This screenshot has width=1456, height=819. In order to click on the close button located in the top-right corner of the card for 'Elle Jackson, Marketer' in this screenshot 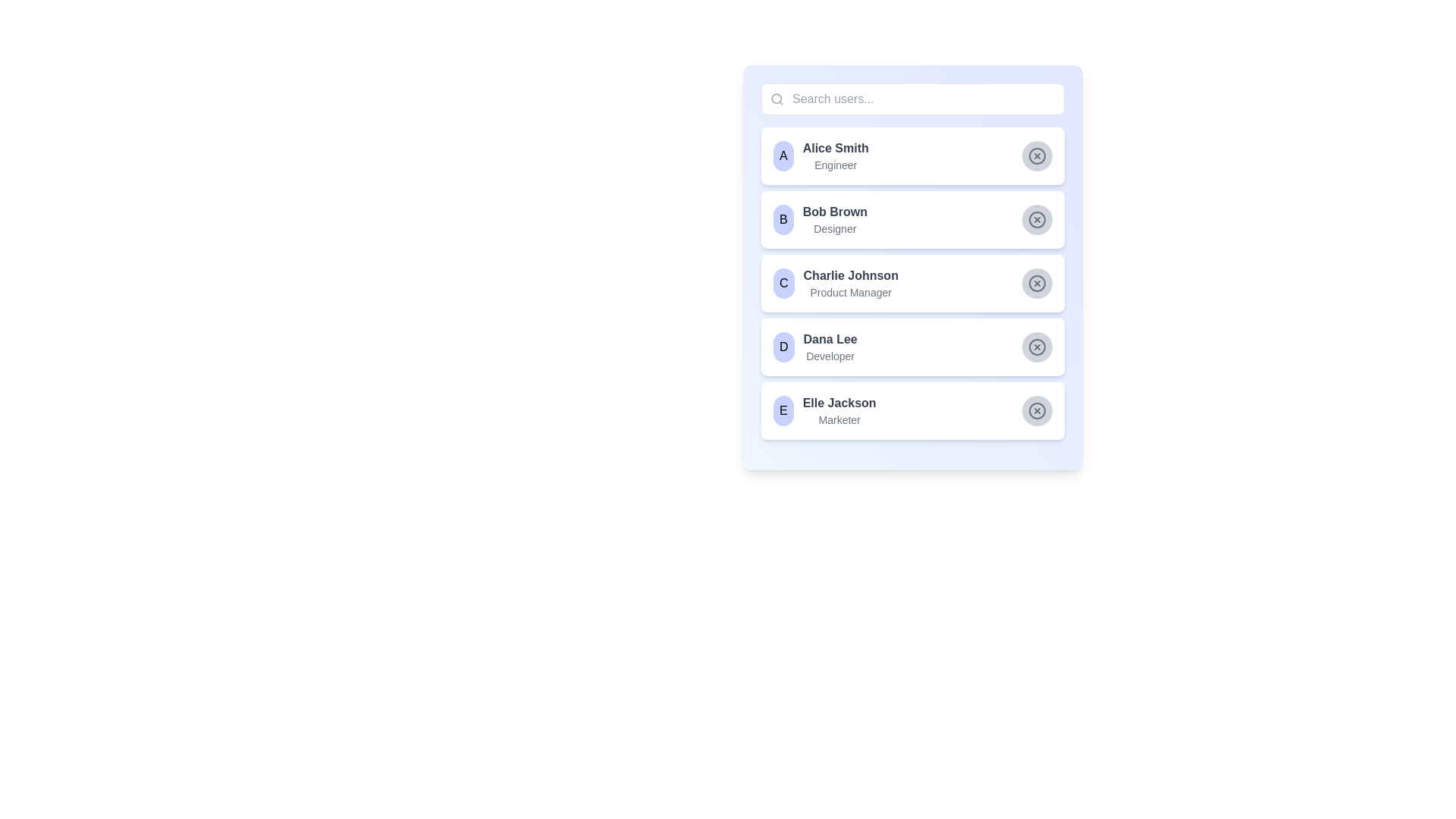, I will do `click(1037, 411)`.